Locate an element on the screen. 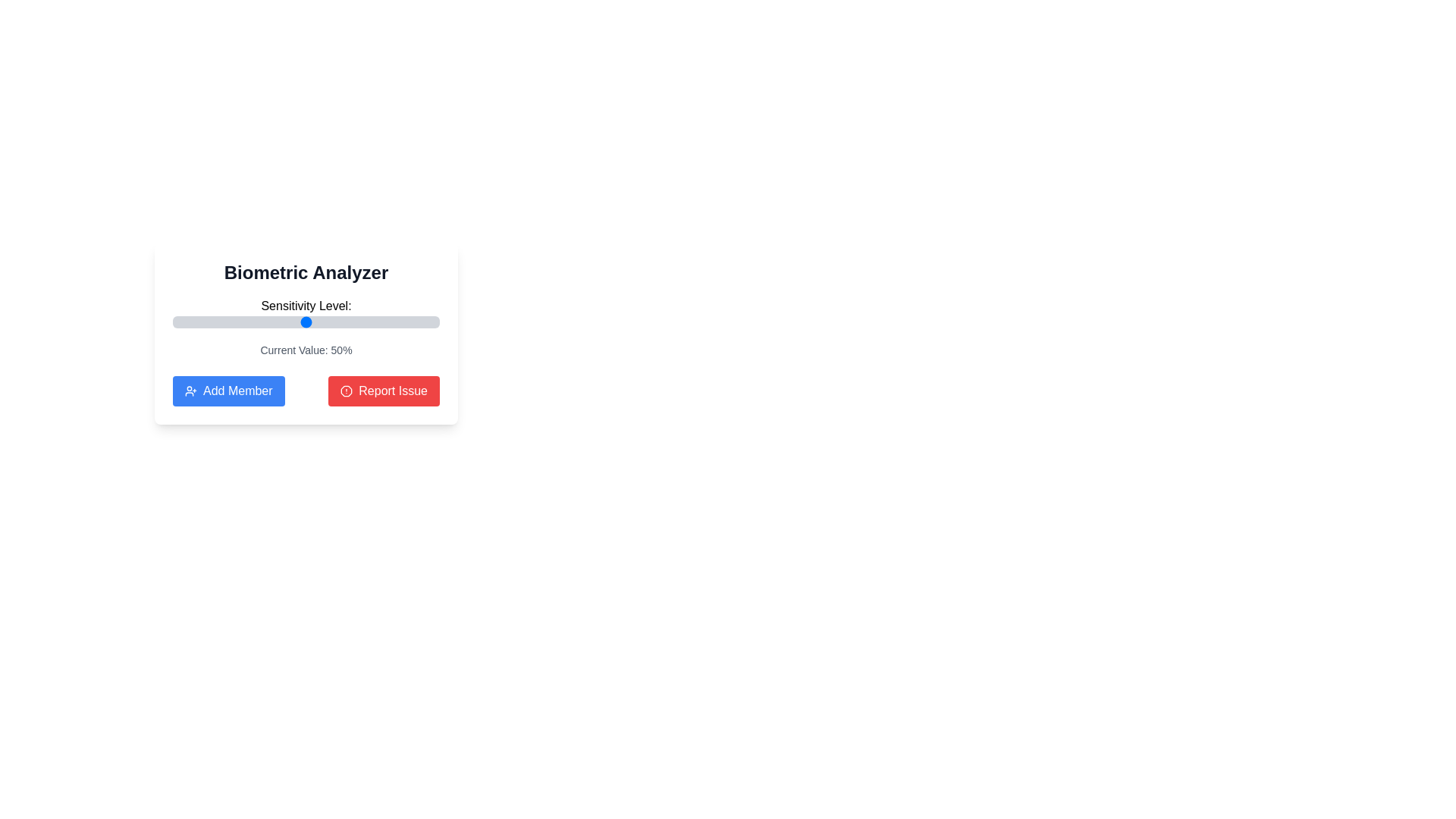  the sensitivity level is located at coordinates (284, 321).